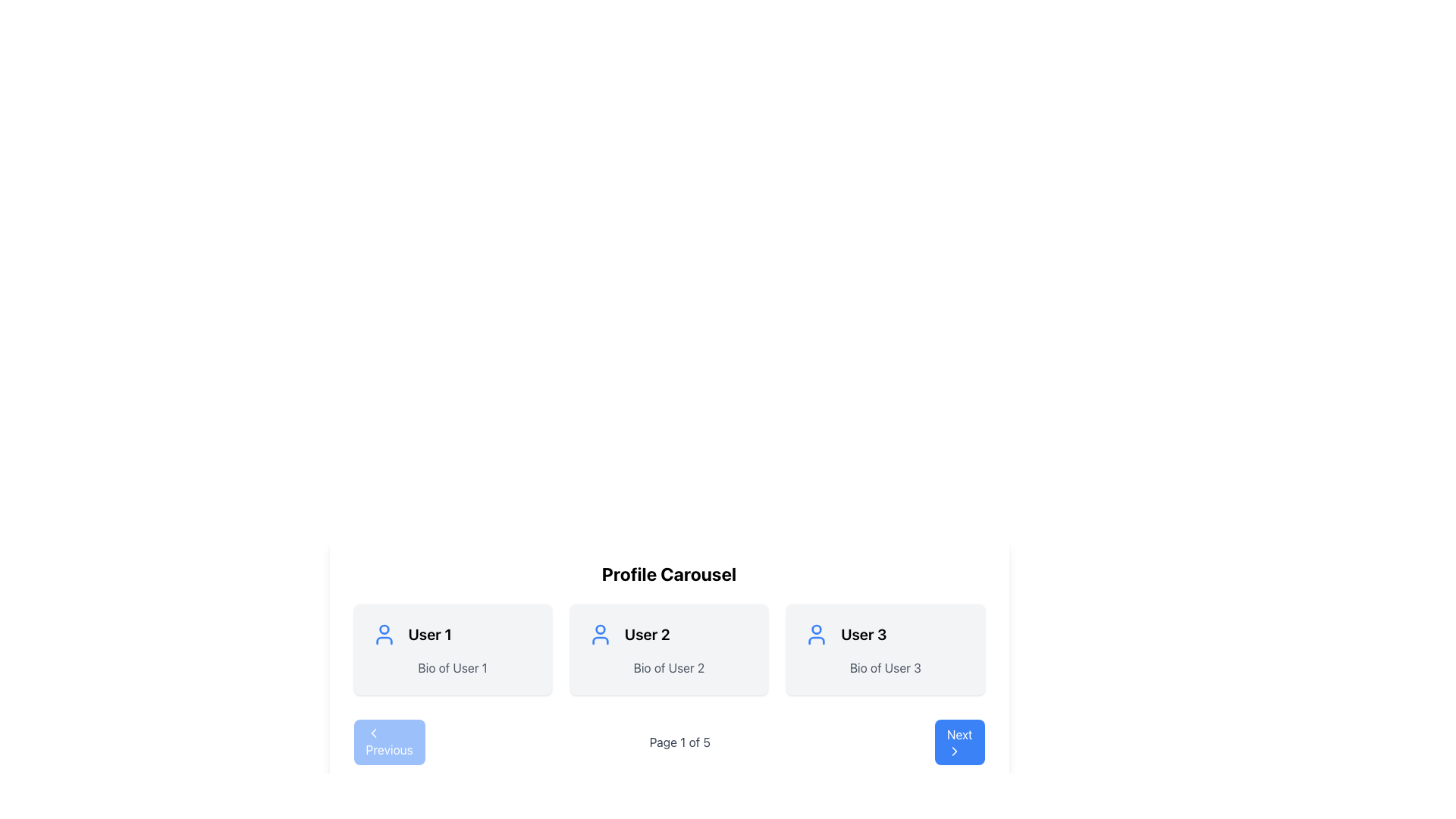 Image resolution: width=1456 pixels, height=819 pixels. Describe the element at coordinates (953, 752) in the screenshot. I see `the chevron icon pointing to the right inside the blue 'Next' button located at the bottom-right corner of the interface` at that location.